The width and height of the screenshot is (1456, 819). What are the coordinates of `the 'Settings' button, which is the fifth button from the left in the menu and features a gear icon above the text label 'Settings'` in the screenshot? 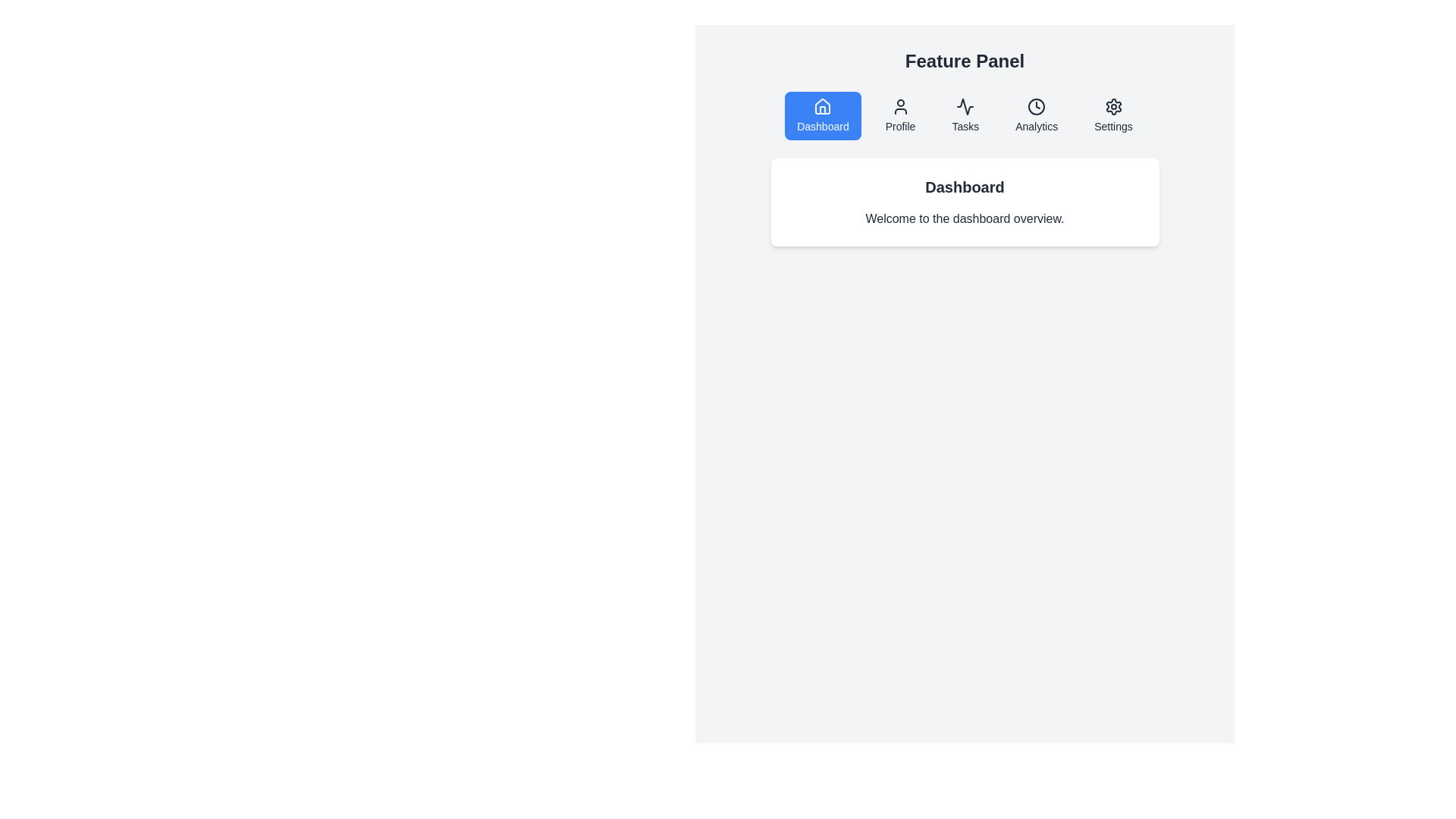 It's located at (1113, 115).